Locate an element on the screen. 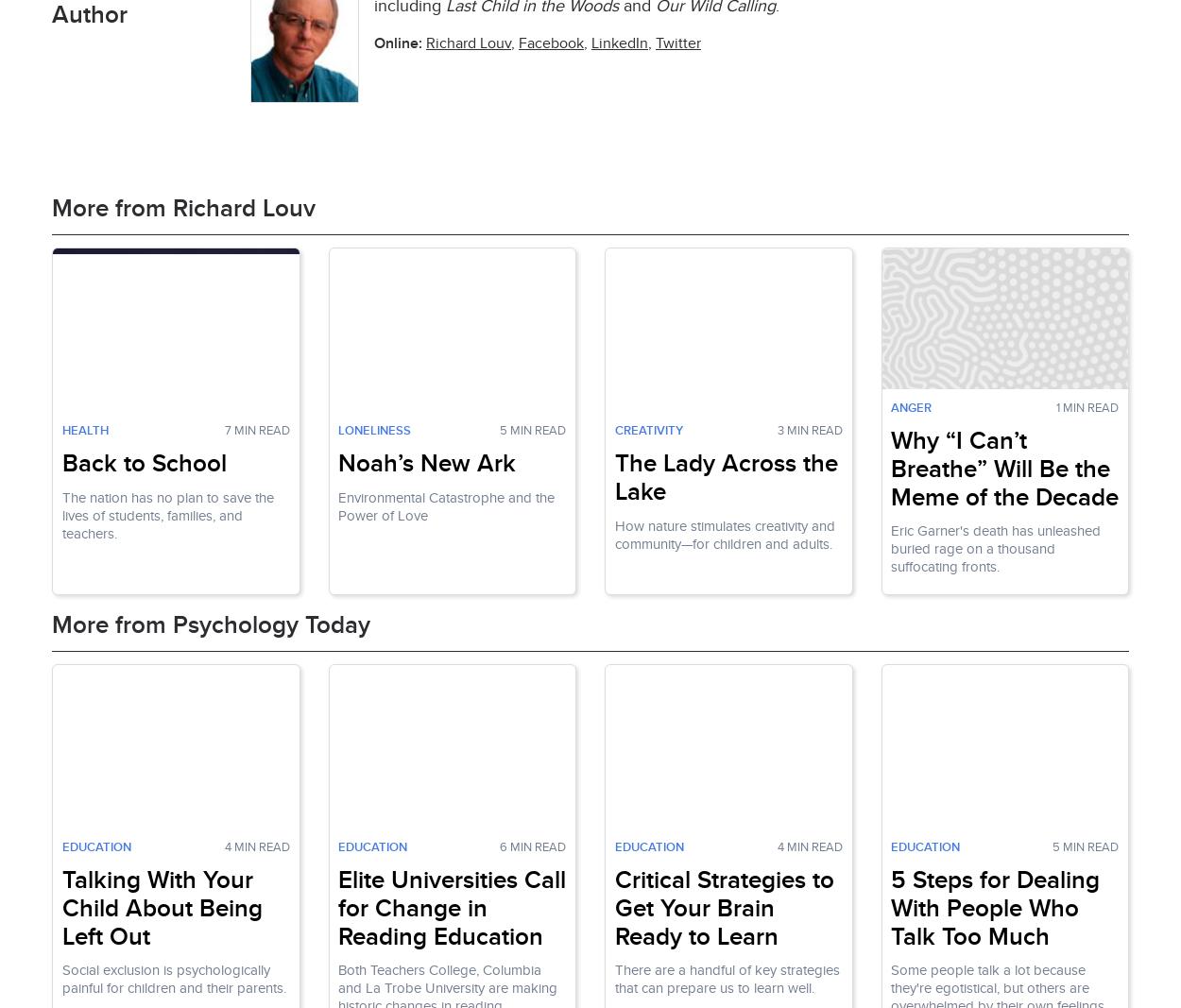 The image size is (1181, 1008). 'Talking With Your Child About Being Left Out' is located at coordinates (162, 908).